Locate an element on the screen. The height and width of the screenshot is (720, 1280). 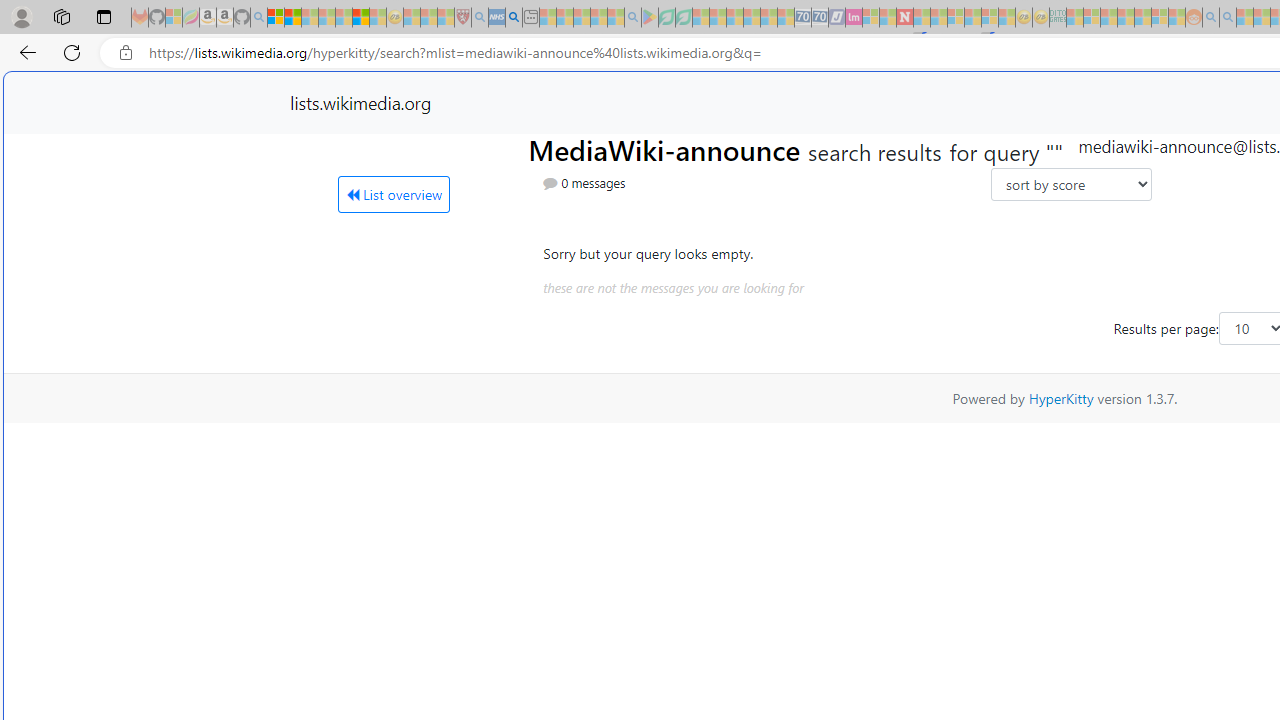
'google - Search - Sleeping' is located at coordinates (631, 17).